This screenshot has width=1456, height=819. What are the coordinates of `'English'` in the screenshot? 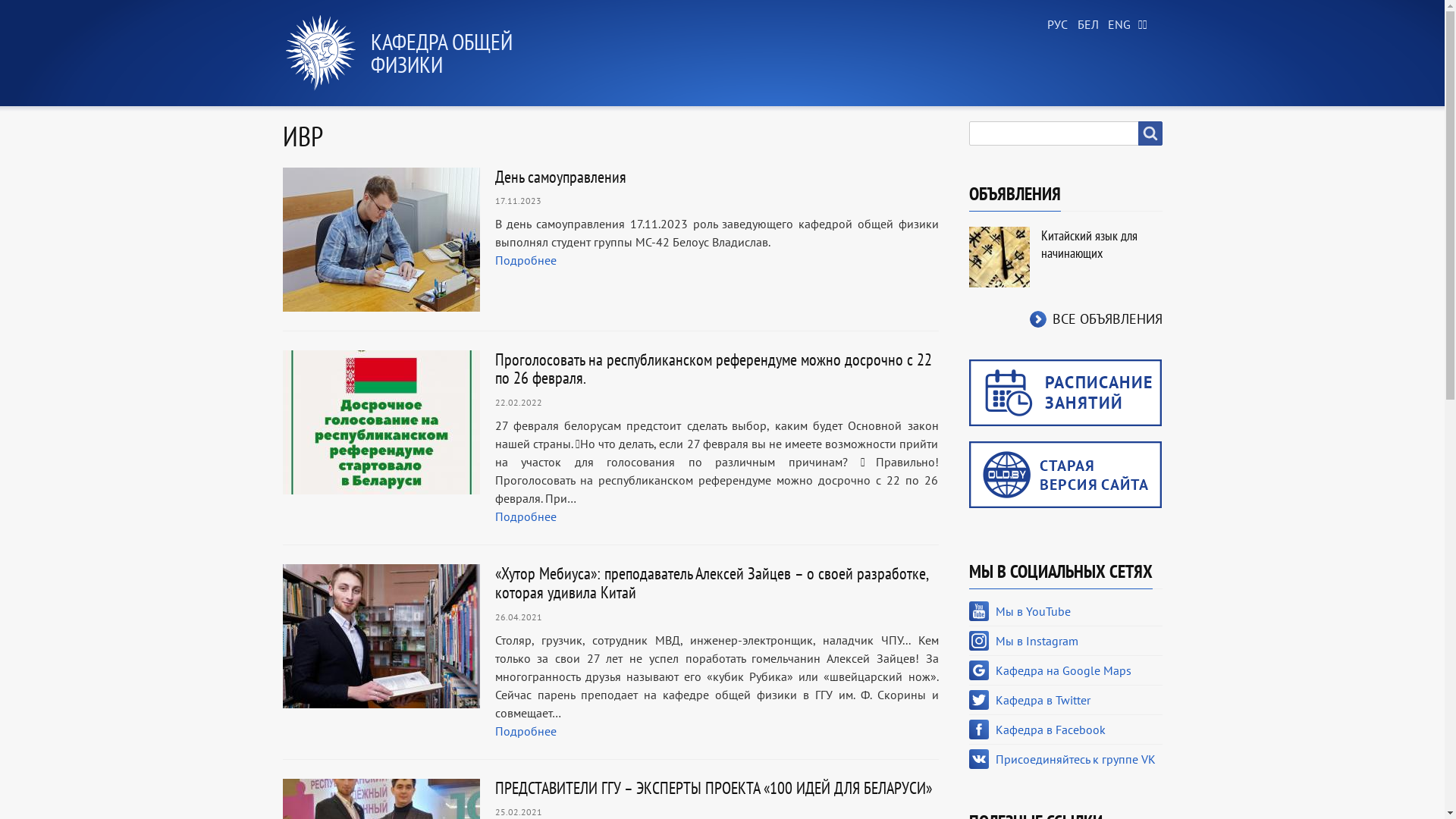 It's located at (1100, 25).